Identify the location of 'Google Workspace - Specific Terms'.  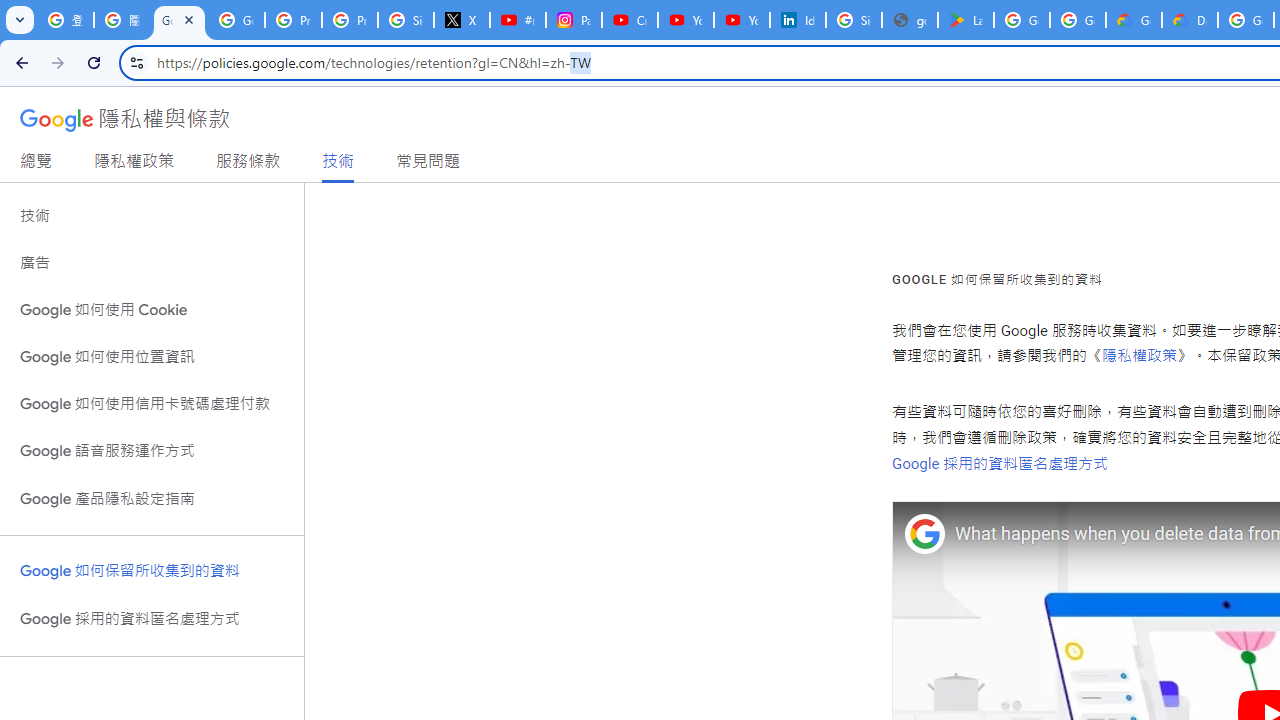
(1076, 20).